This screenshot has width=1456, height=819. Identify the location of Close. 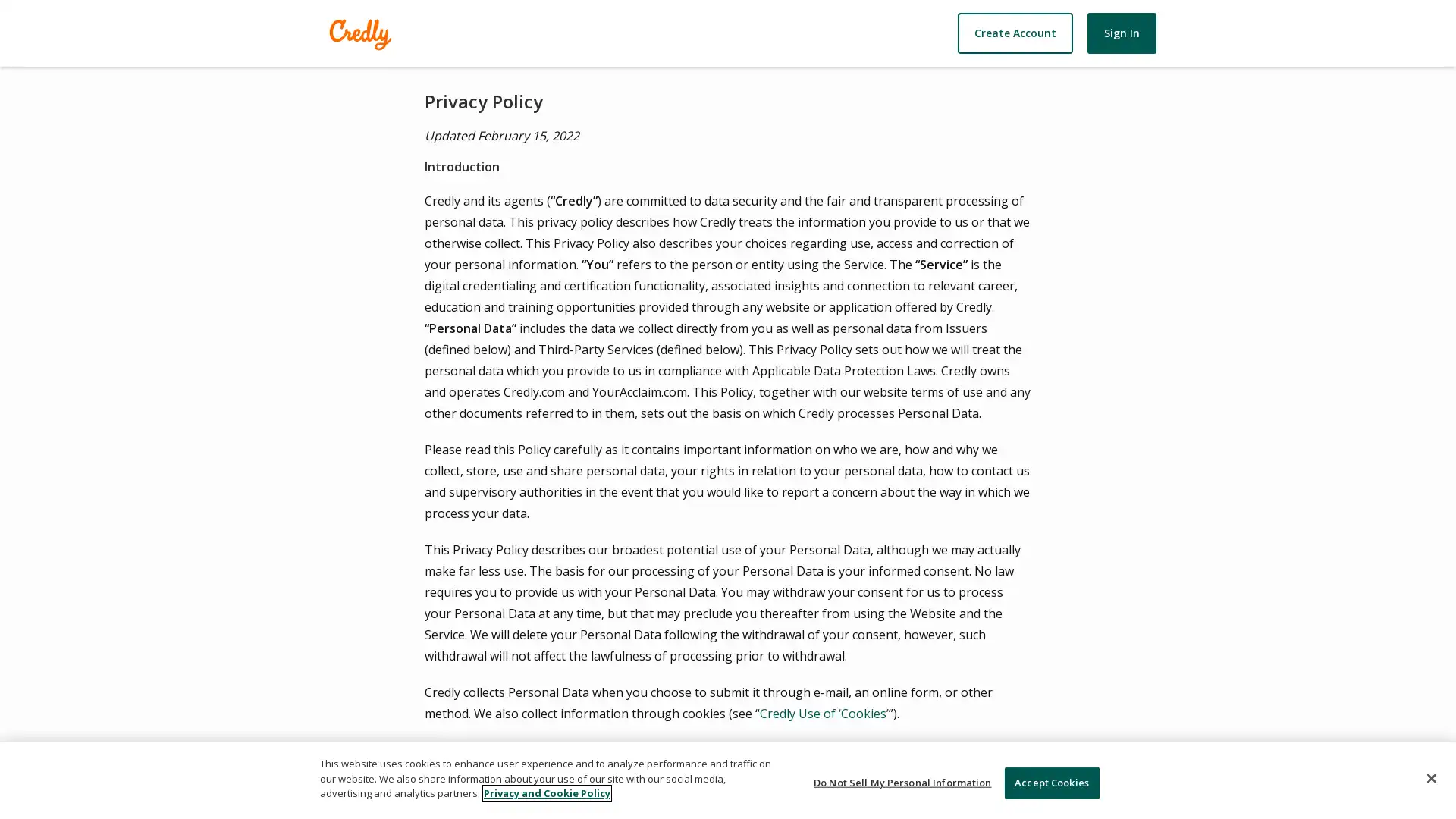
(1430, 778).